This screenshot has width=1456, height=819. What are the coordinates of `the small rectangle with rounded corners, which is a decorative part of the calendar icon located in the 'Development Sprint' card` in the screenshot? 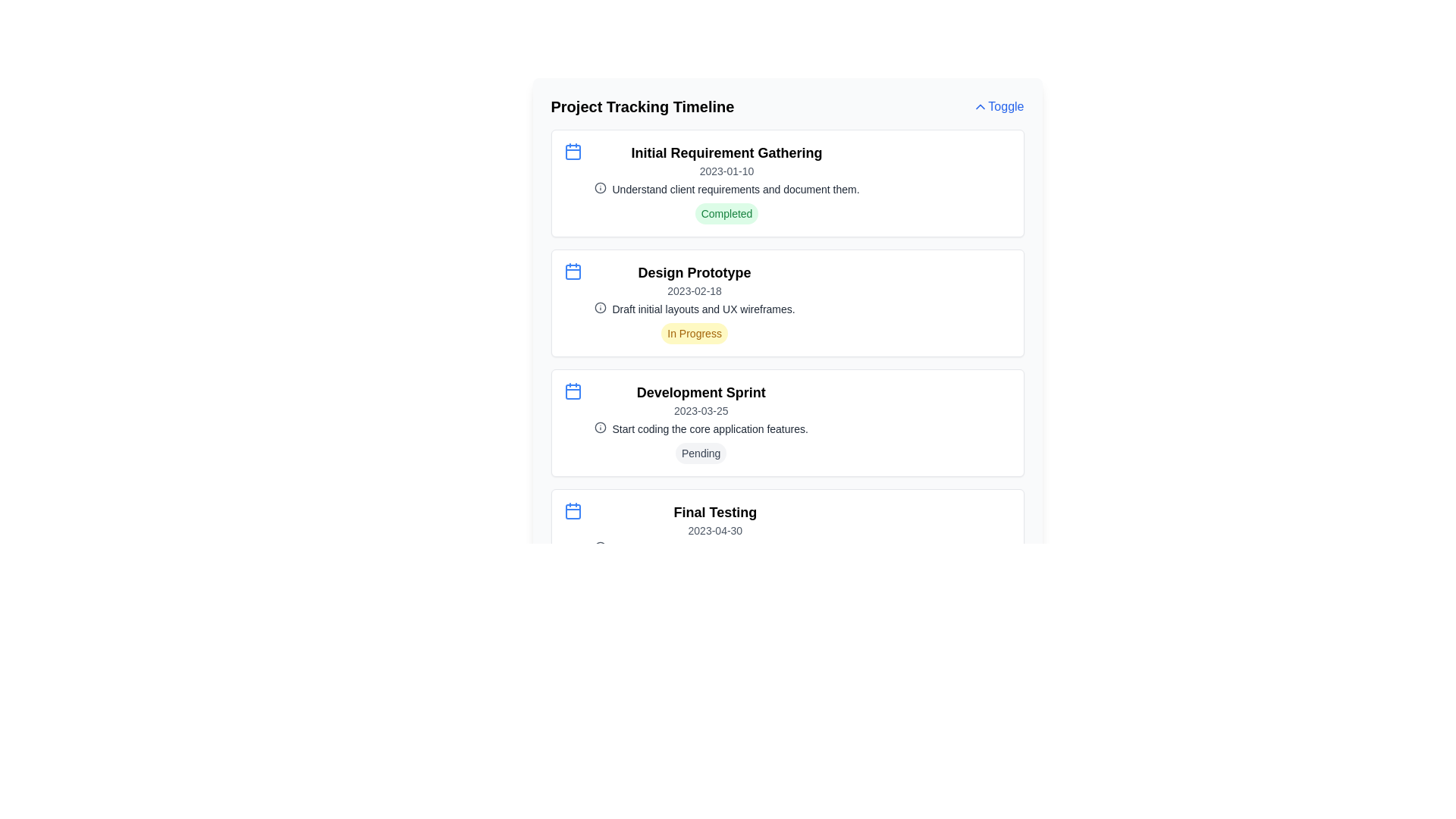 It's located at (572, 391).